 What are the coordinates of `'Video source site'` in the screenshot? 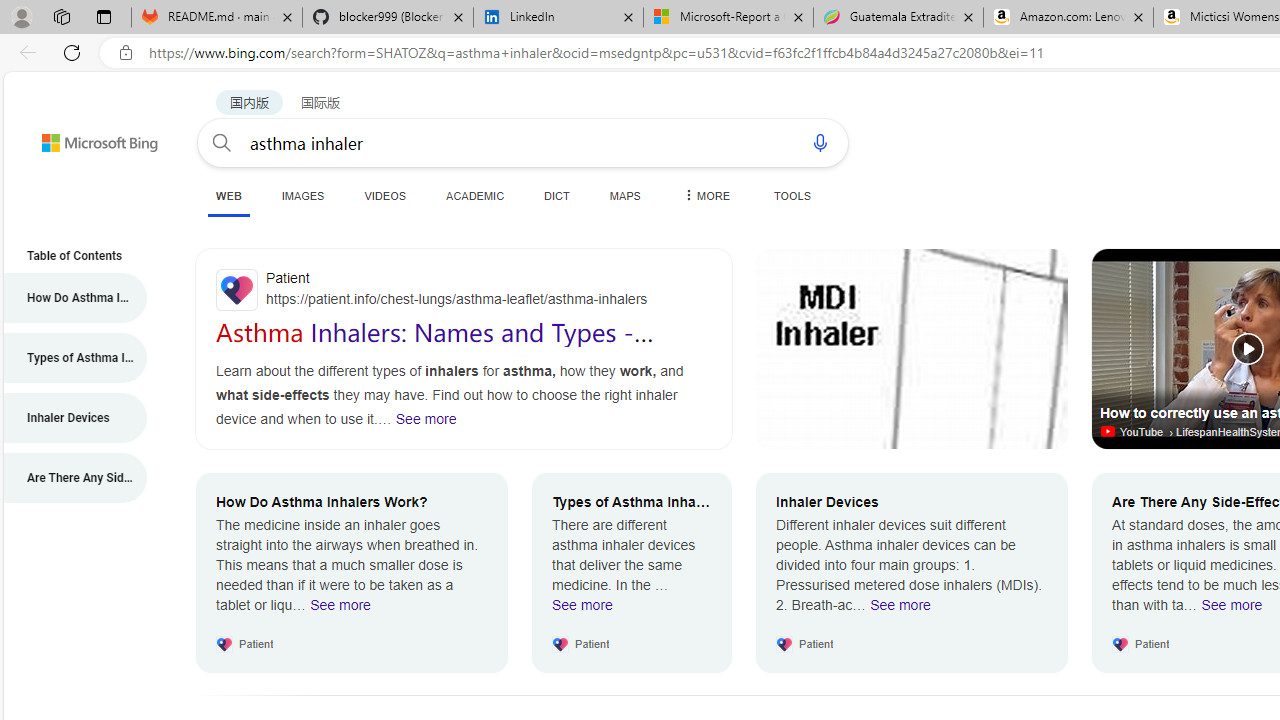 It's located at (1108, 431).